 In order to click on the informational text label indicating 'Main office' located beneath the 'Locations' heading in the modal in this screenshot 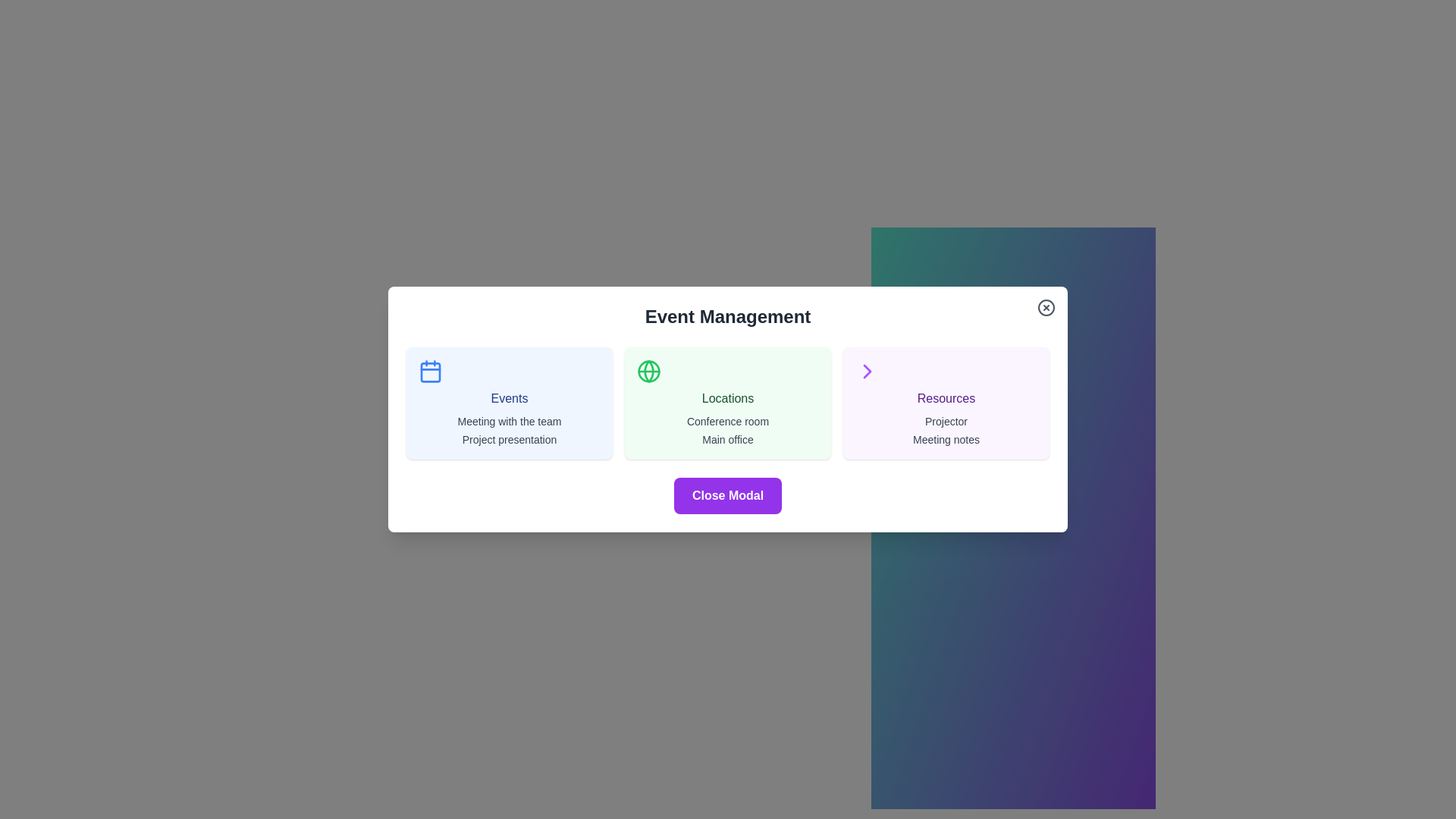, I will do `click(728, 439)`.